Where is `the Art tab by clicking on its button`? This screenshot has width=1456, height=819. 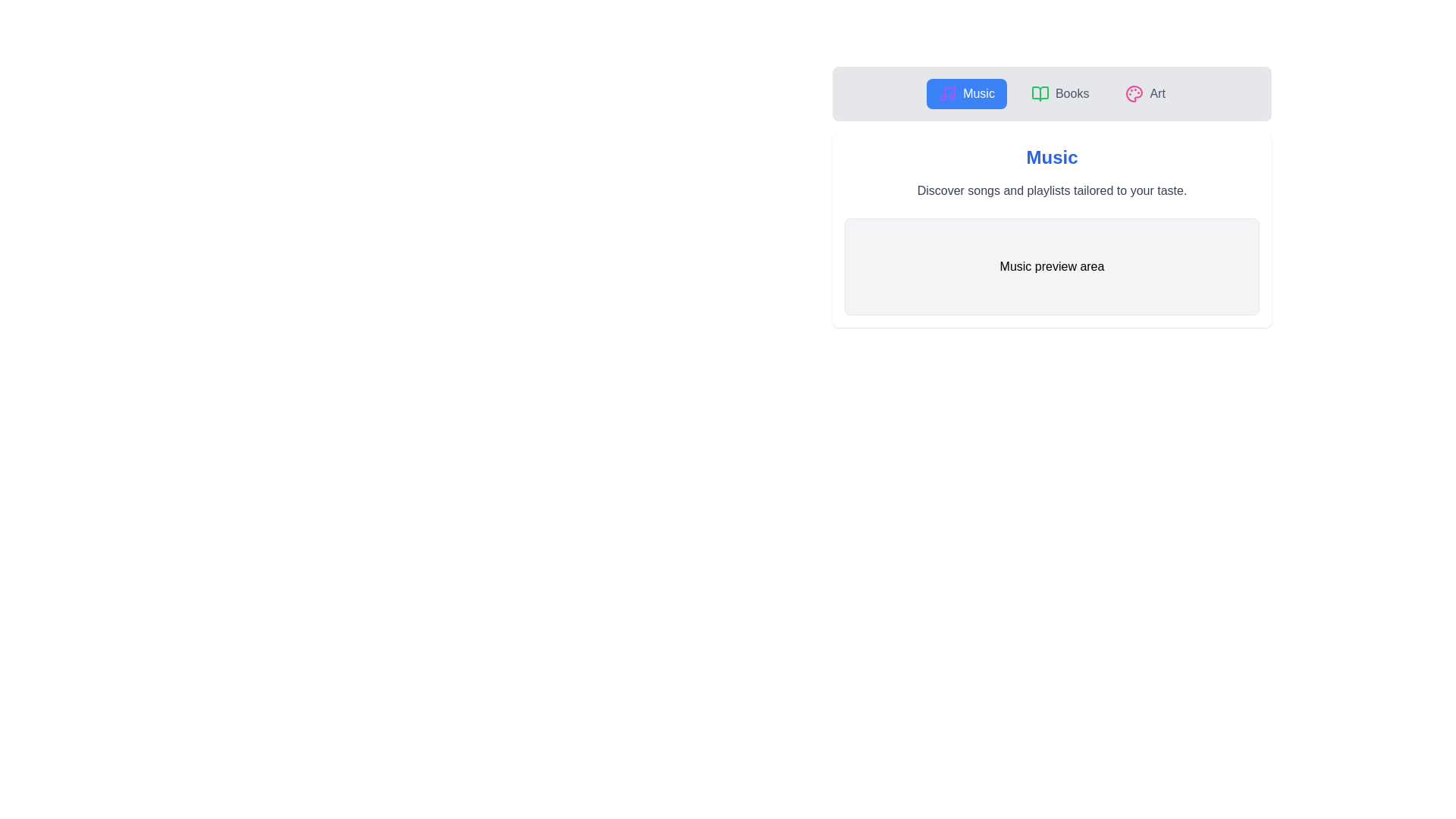
the Art tab by clicking on its button is located at coordinates (1145, 93).